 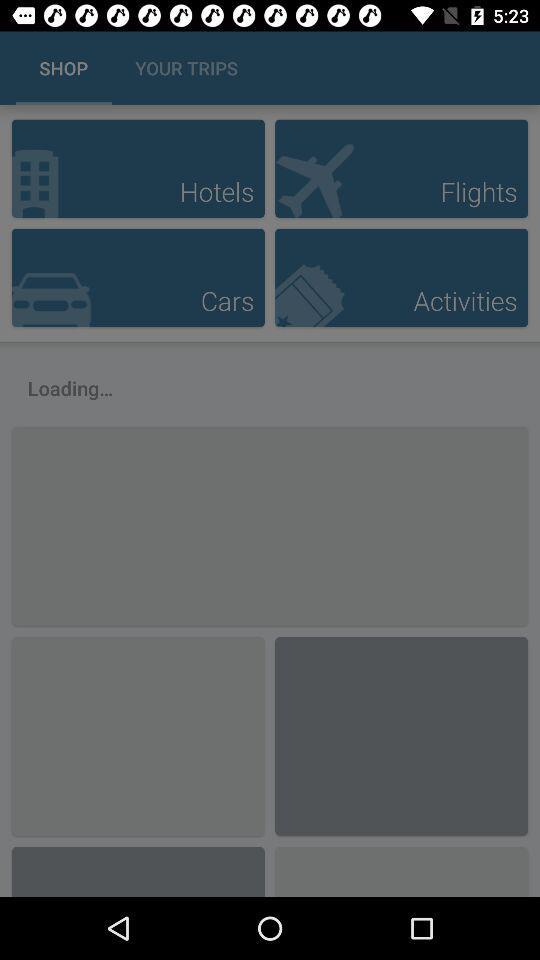 What do you see at coordinates (401, 167) in the screenshot?
I see `choose flight option` at bounding box center [401, 167].